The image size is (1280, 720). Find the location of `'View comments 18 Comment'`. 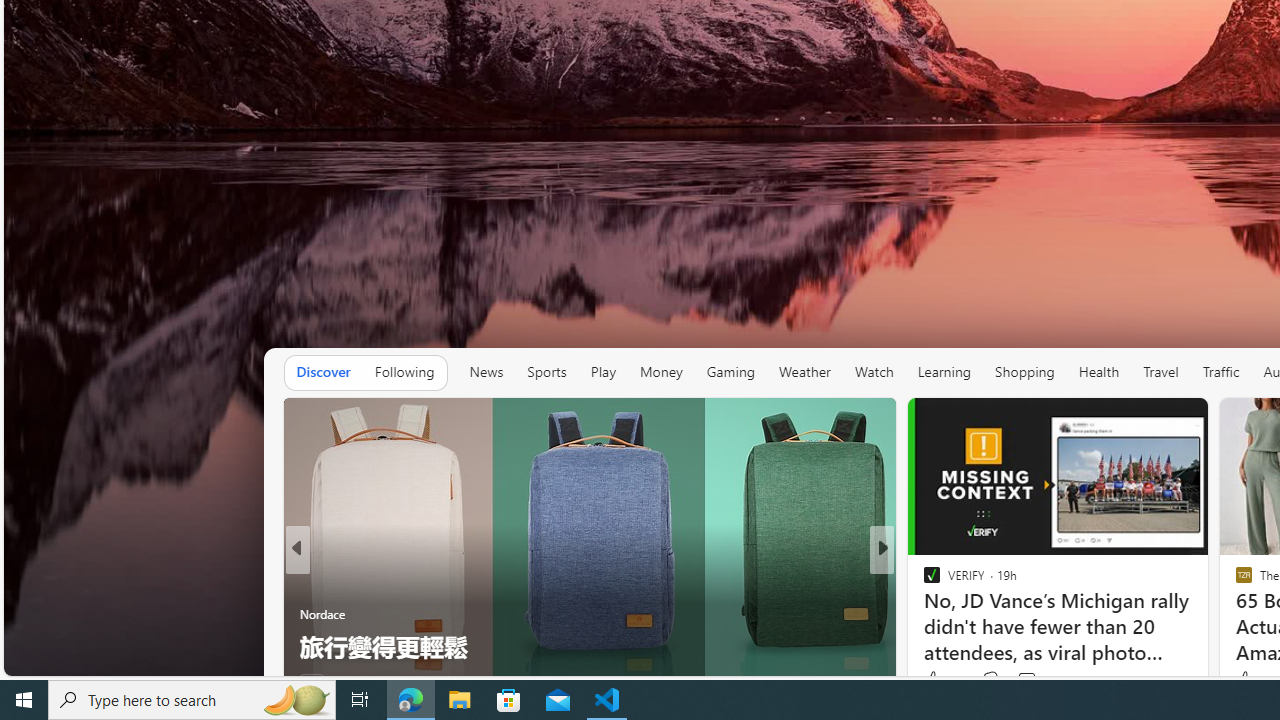

'View comments 18 Comment' is located at coordinates (1020, 680).